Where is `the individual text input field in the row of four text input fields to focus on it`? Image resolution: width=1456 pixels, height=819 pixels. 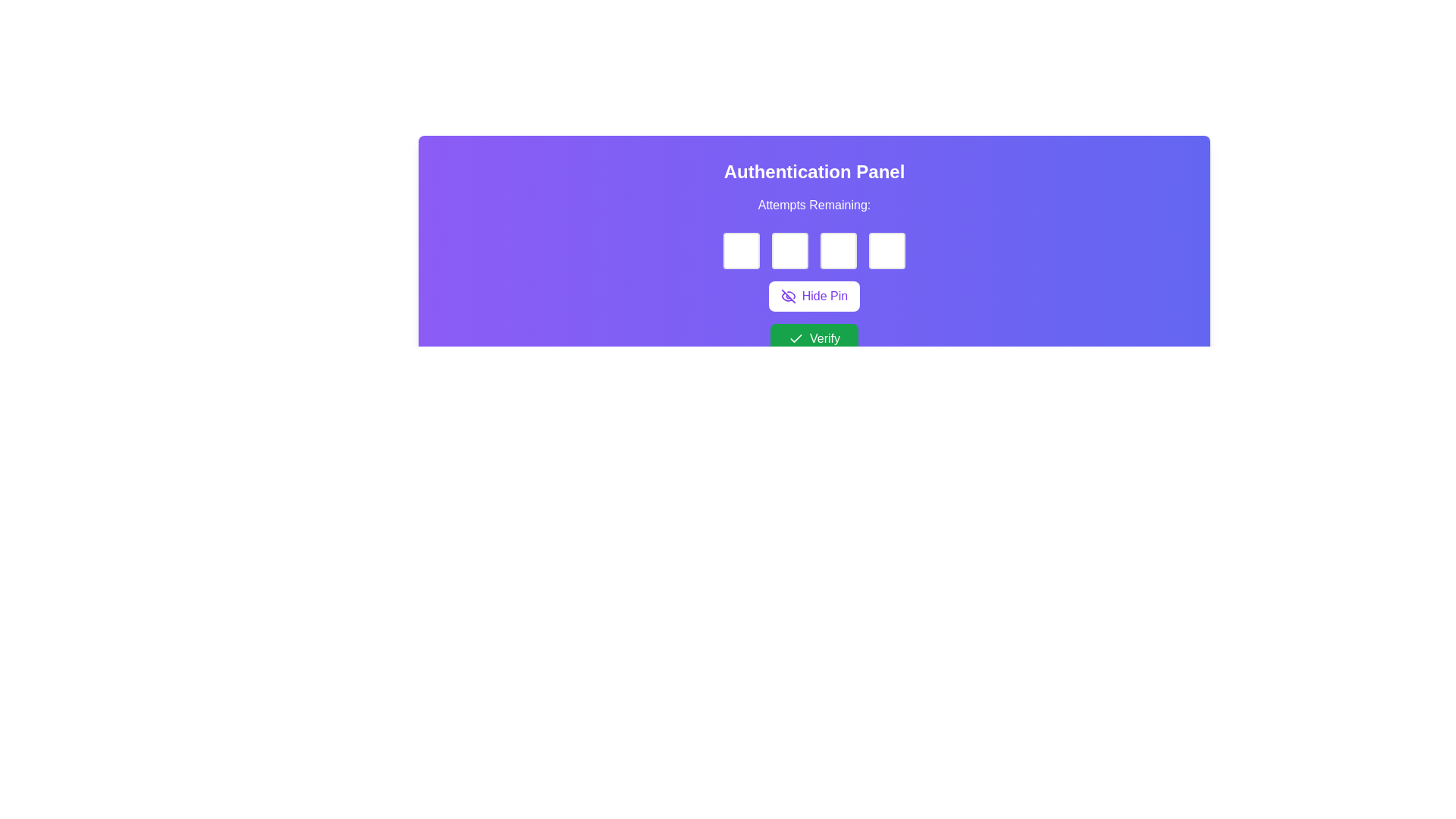
the individual text input field in the row of four text input fields to focus on it is located at coordinates (814, 250).